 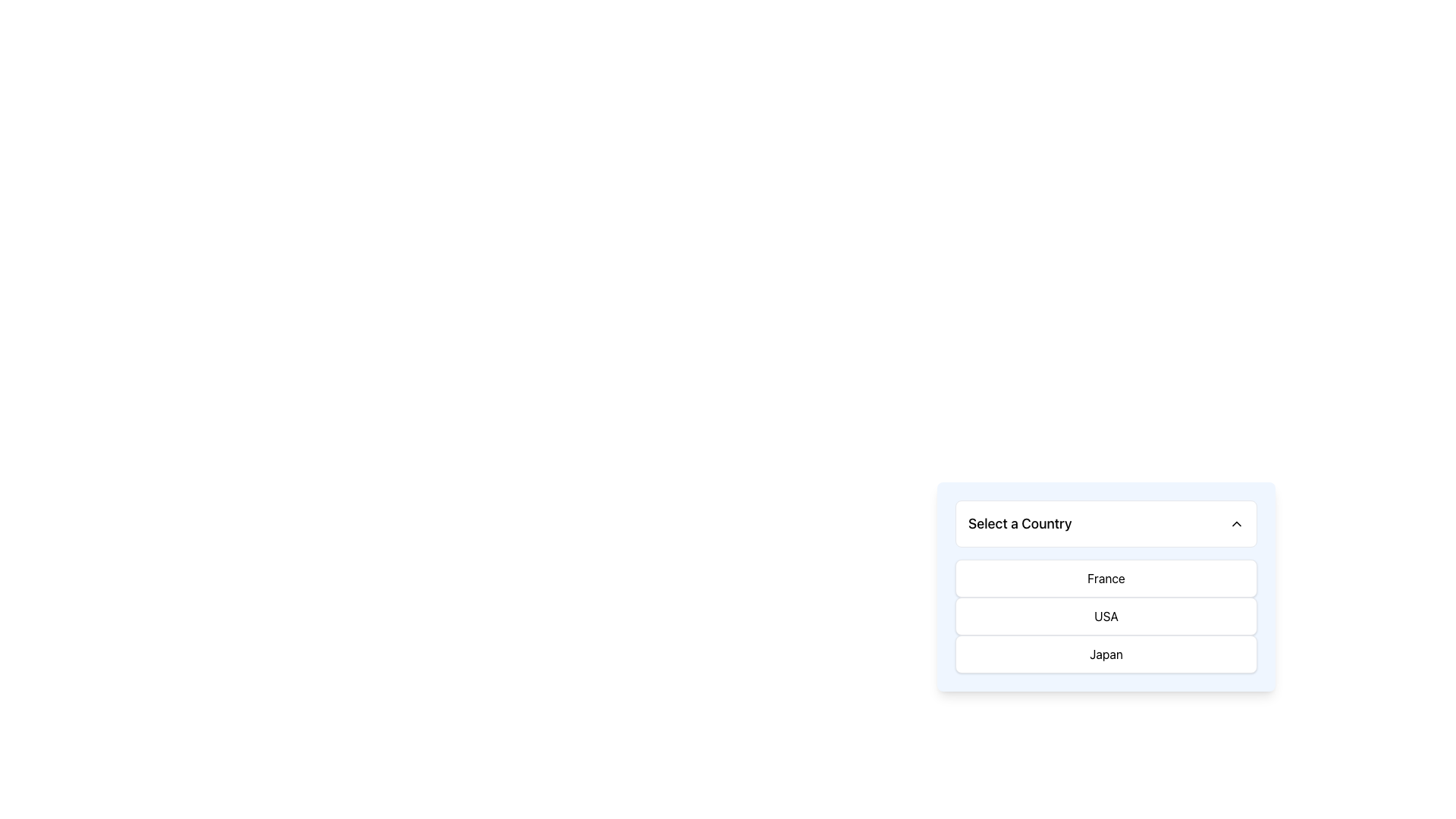 I want to click on the text label for 'France' in the 'Select a Country' dropdown menu, so click(x=1106, y=579).